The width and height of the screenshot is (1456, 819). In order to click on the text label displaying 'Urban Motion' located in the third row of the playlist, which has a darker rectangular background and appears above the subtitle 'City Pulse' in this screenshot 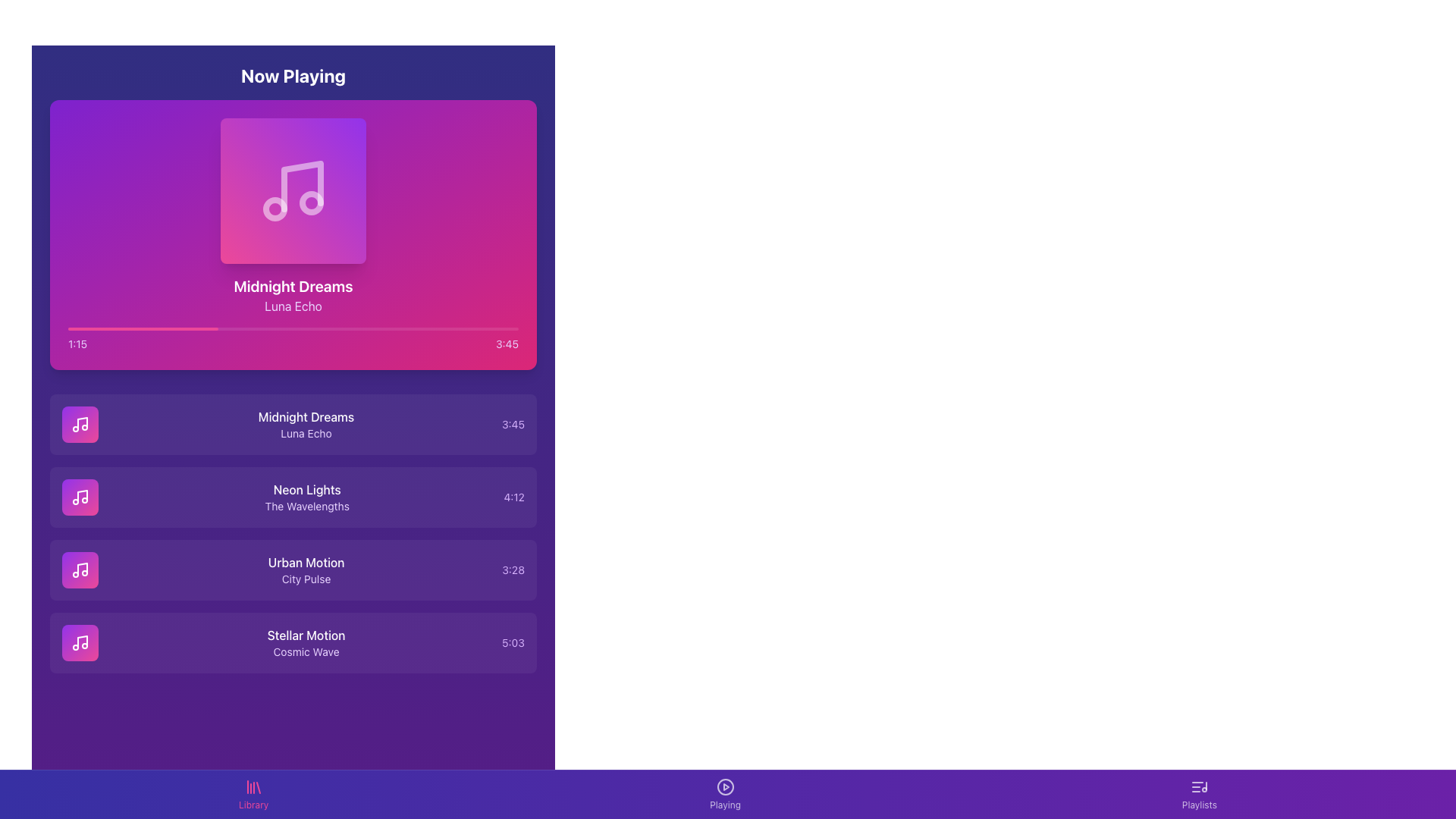, I will do `click(306, 562)`.